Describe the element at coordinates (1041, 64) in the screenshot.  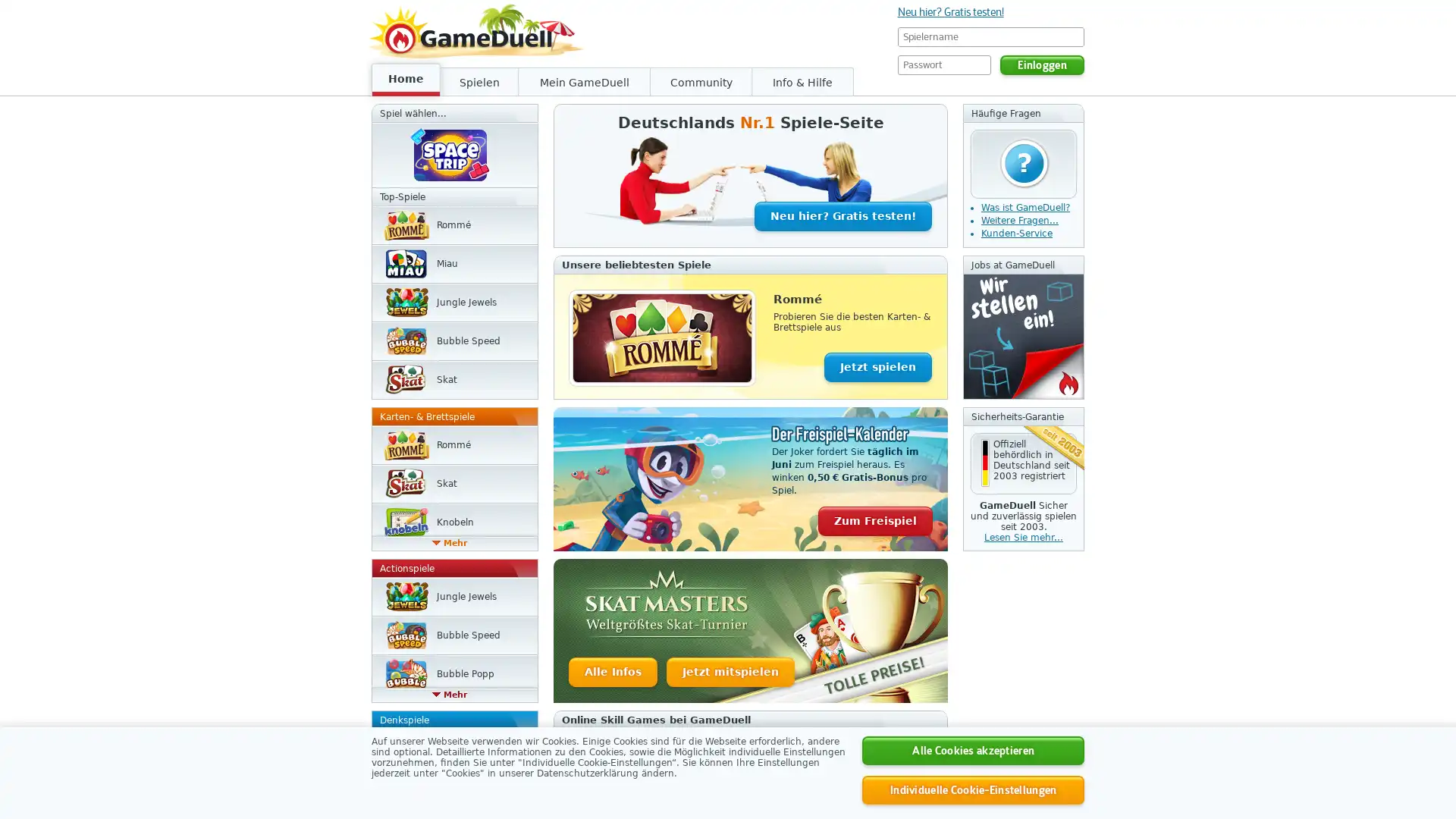
I see `Einloggen` at that location.